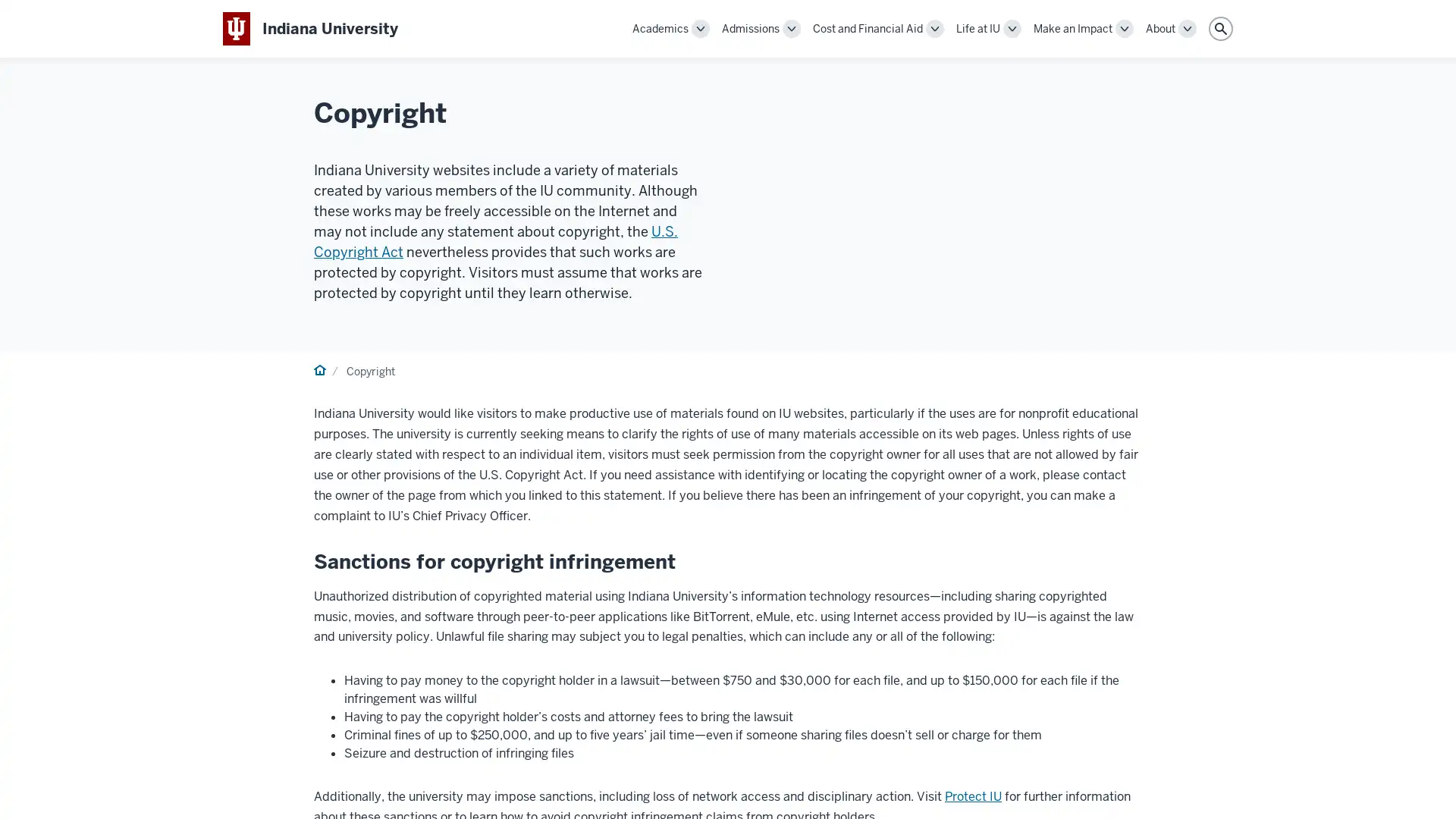 The height and width of the screenshot is (819, 1456). What do you see at coordinates (790, 29) in the screenshot?
I see `Toggle Admissions navigation` at bounding box center [790, 29].